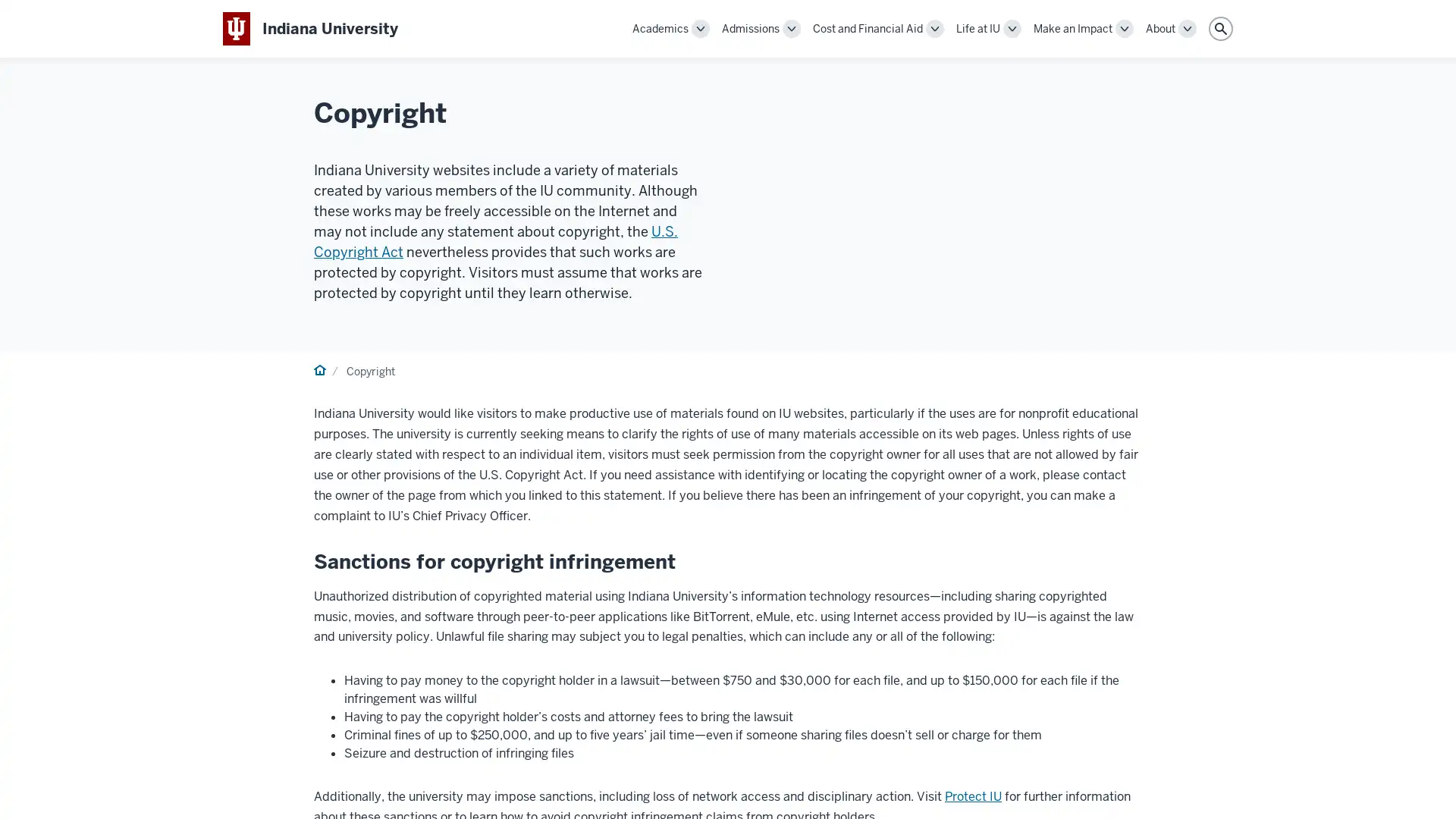 The height and width of the screenshot is (819, 1456). What do you see at coordinates (790, 29) in the screenshot?
I see `Toggle Admissions navigation` at bounding box center [790, 29].